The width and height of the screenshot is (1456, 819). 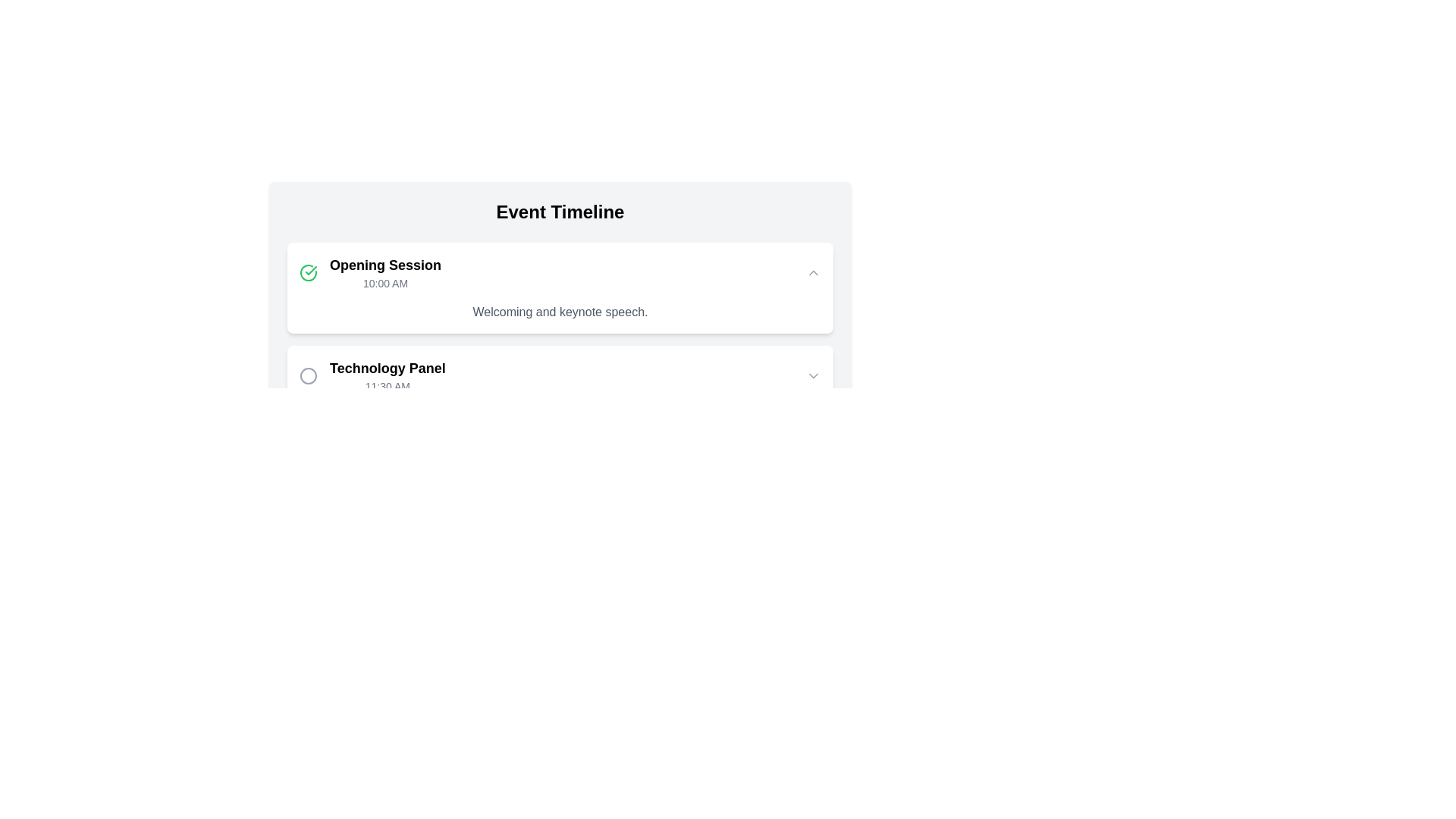 I want to click on text label that displays 'Welcoming and keynote speech.' located below the session title 'Opening Session' and time '10:00 AM' in the timeline card, so click(x=560, y=312).